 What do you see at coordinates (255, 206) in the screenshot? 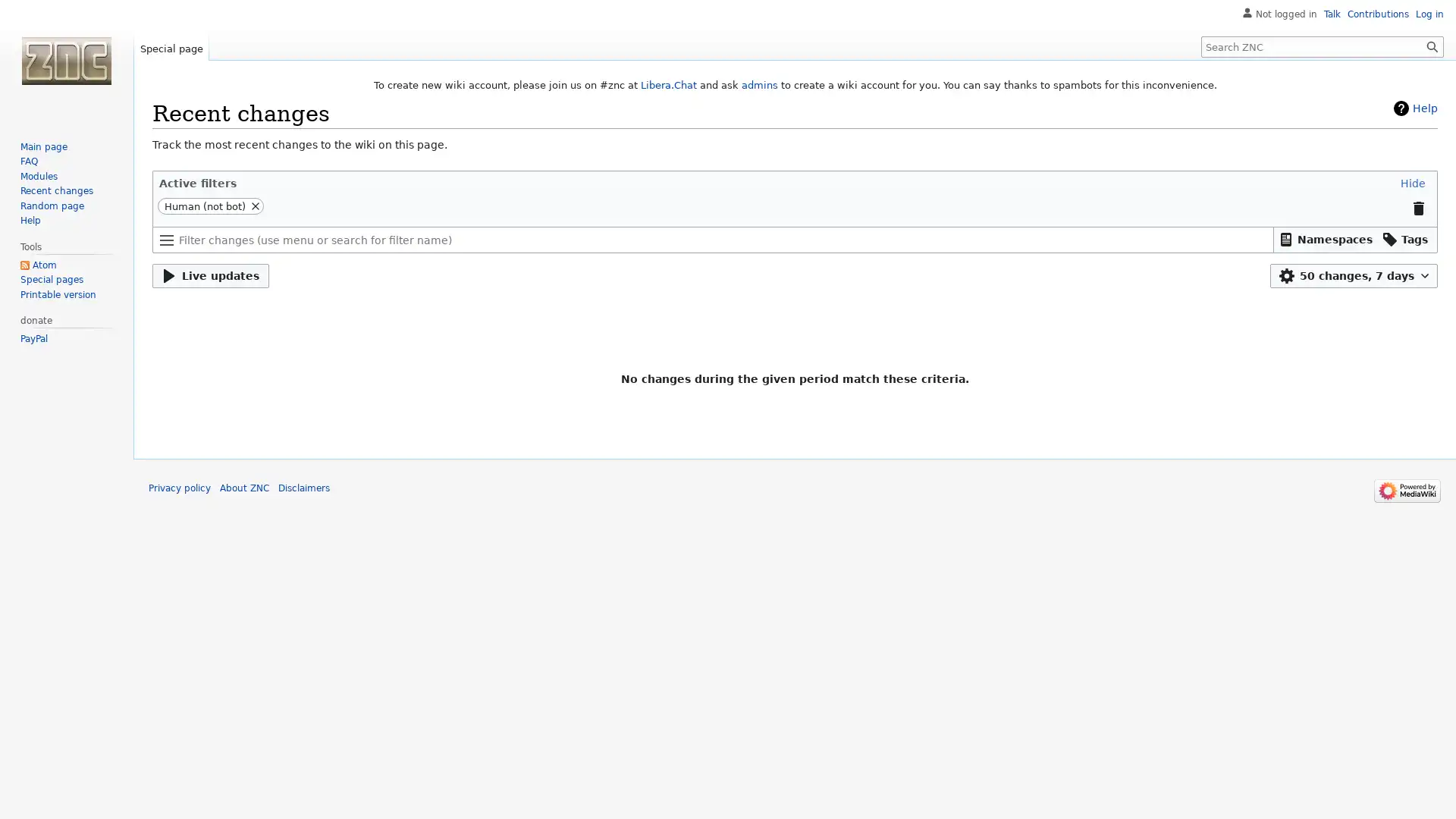
I see `Remove 'Human (not bot)'` at bounding box center [255, 206].